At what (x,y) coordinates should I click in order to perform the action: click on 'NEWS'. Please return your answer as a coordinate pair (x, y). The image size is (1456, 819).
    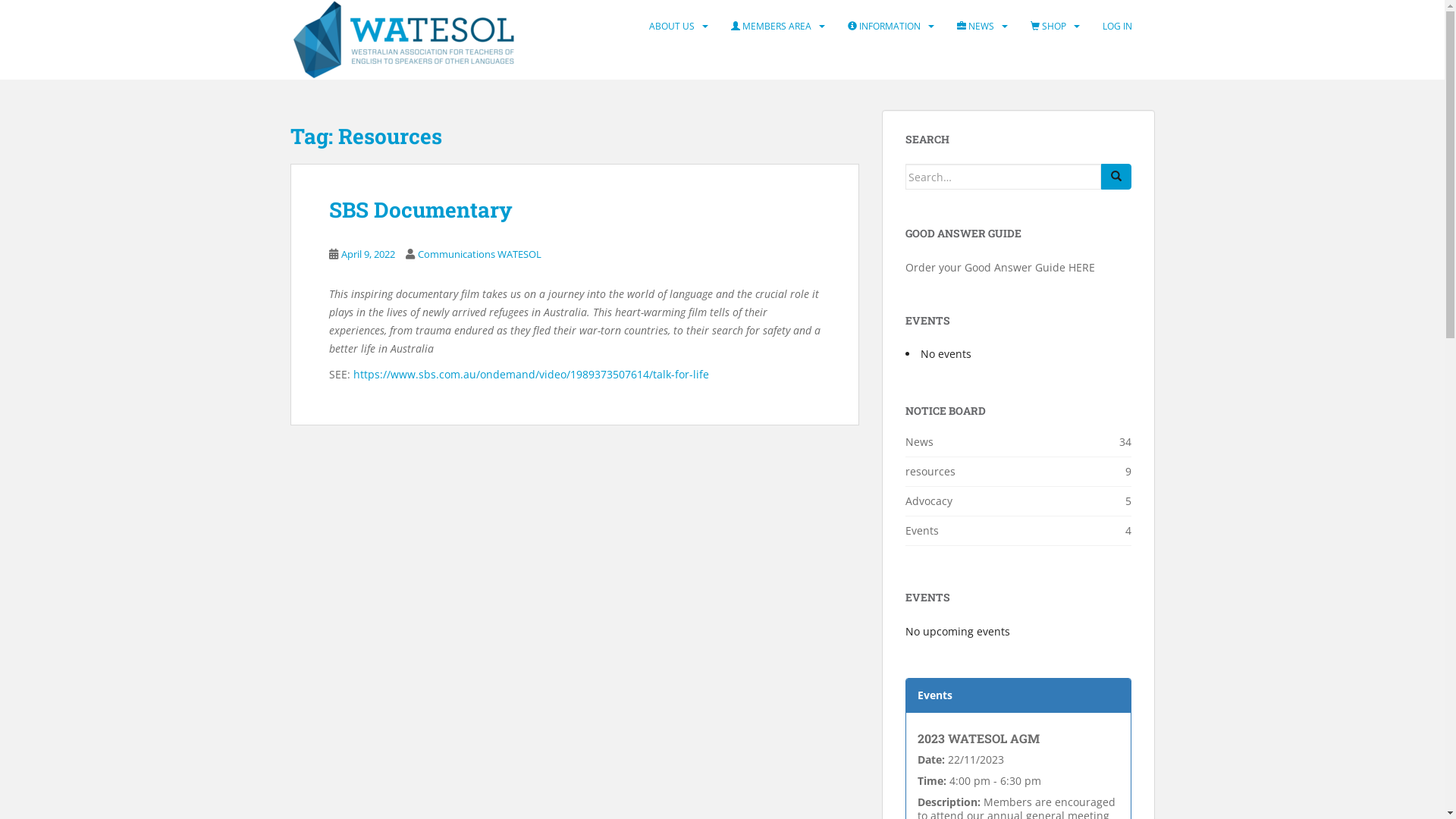
    Looking at the image, I should click on (975, 26).